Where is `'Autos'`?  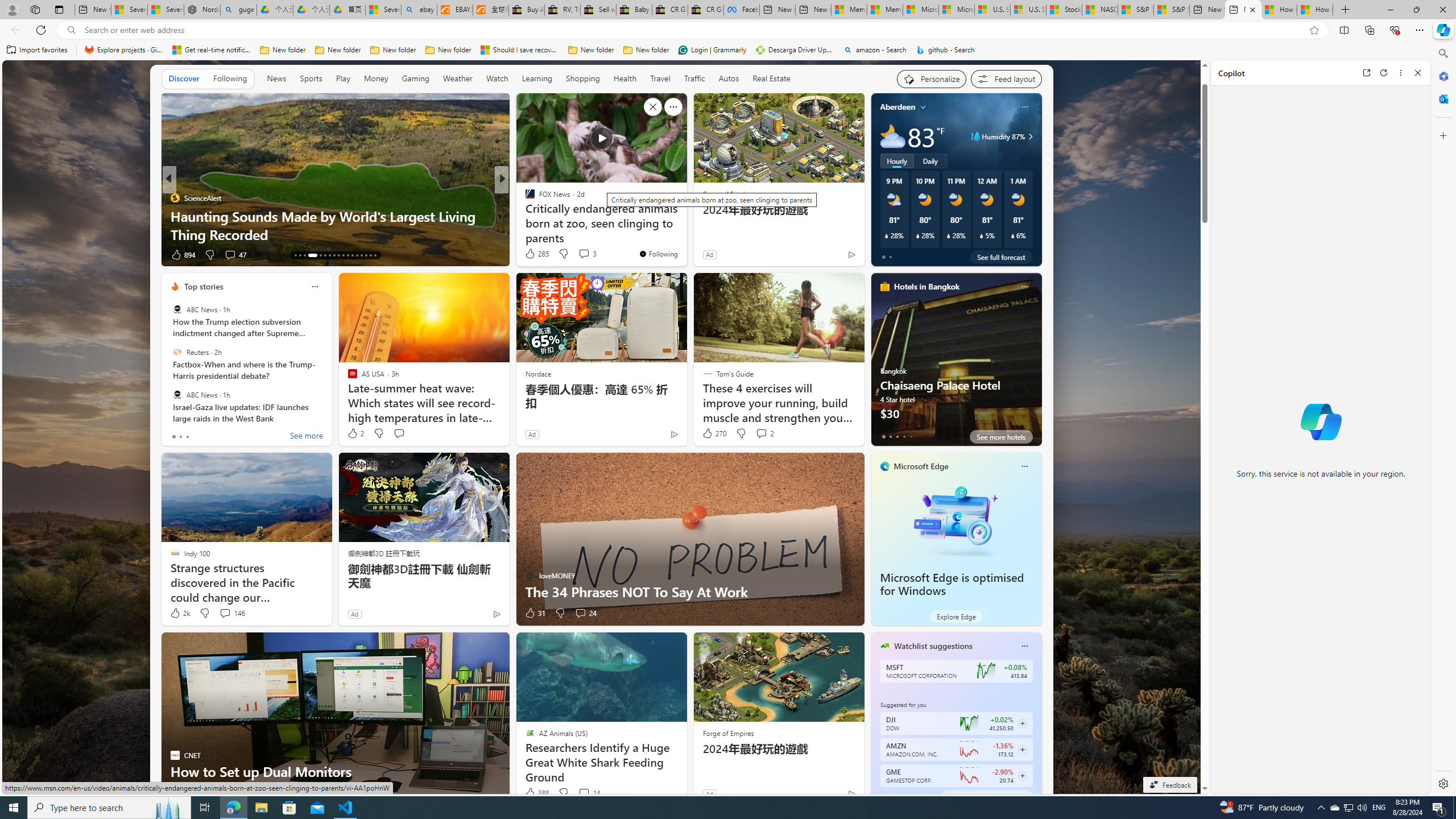 'Autos' is located at coordinates (729, 78).